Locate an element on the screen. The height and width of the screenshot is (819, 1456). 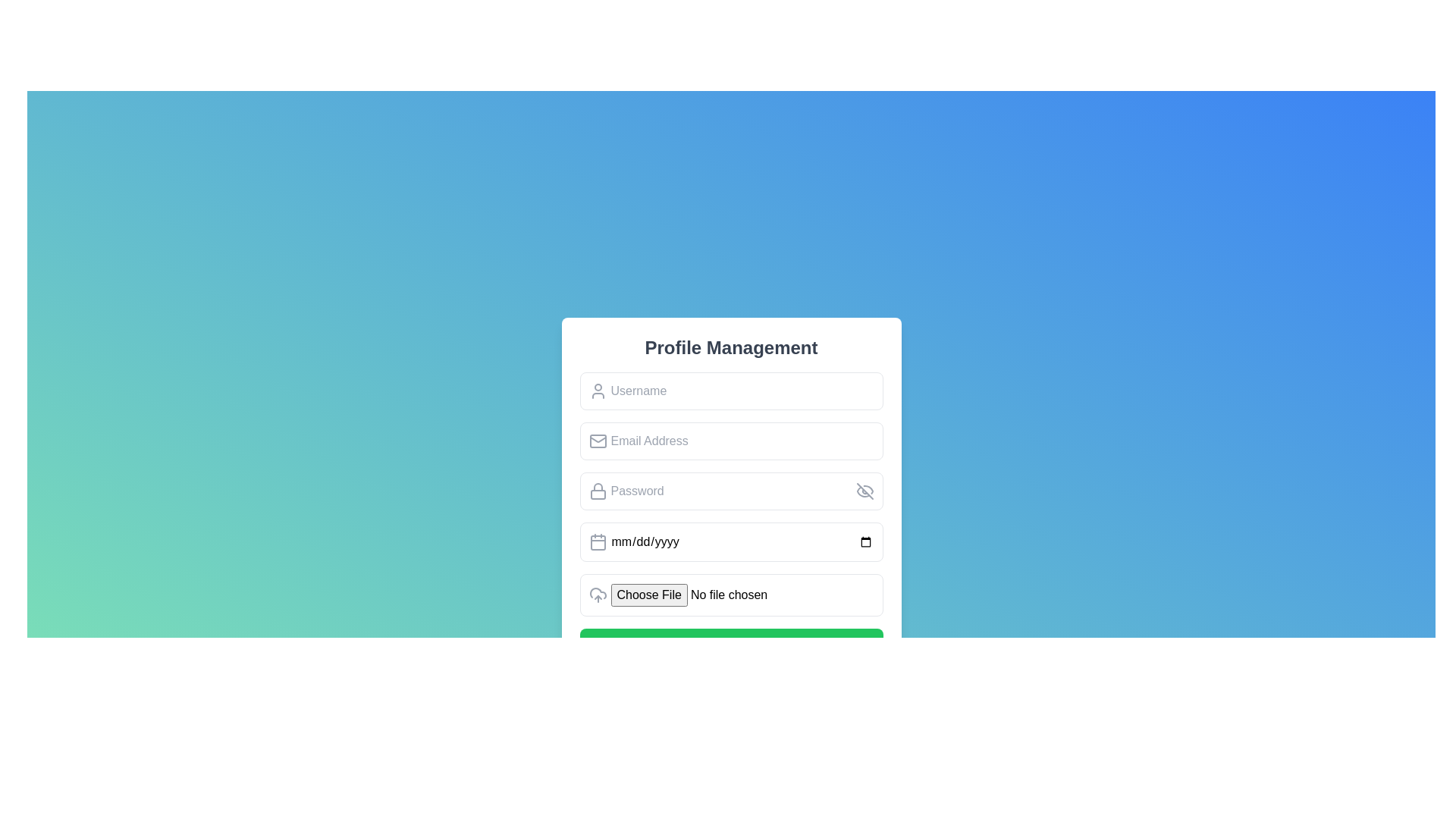
the calendar icon located inside the date entry input field, positioned to the left of the placeholder text 'mm/dd/yyyy' is located at coordinates (597, 542).